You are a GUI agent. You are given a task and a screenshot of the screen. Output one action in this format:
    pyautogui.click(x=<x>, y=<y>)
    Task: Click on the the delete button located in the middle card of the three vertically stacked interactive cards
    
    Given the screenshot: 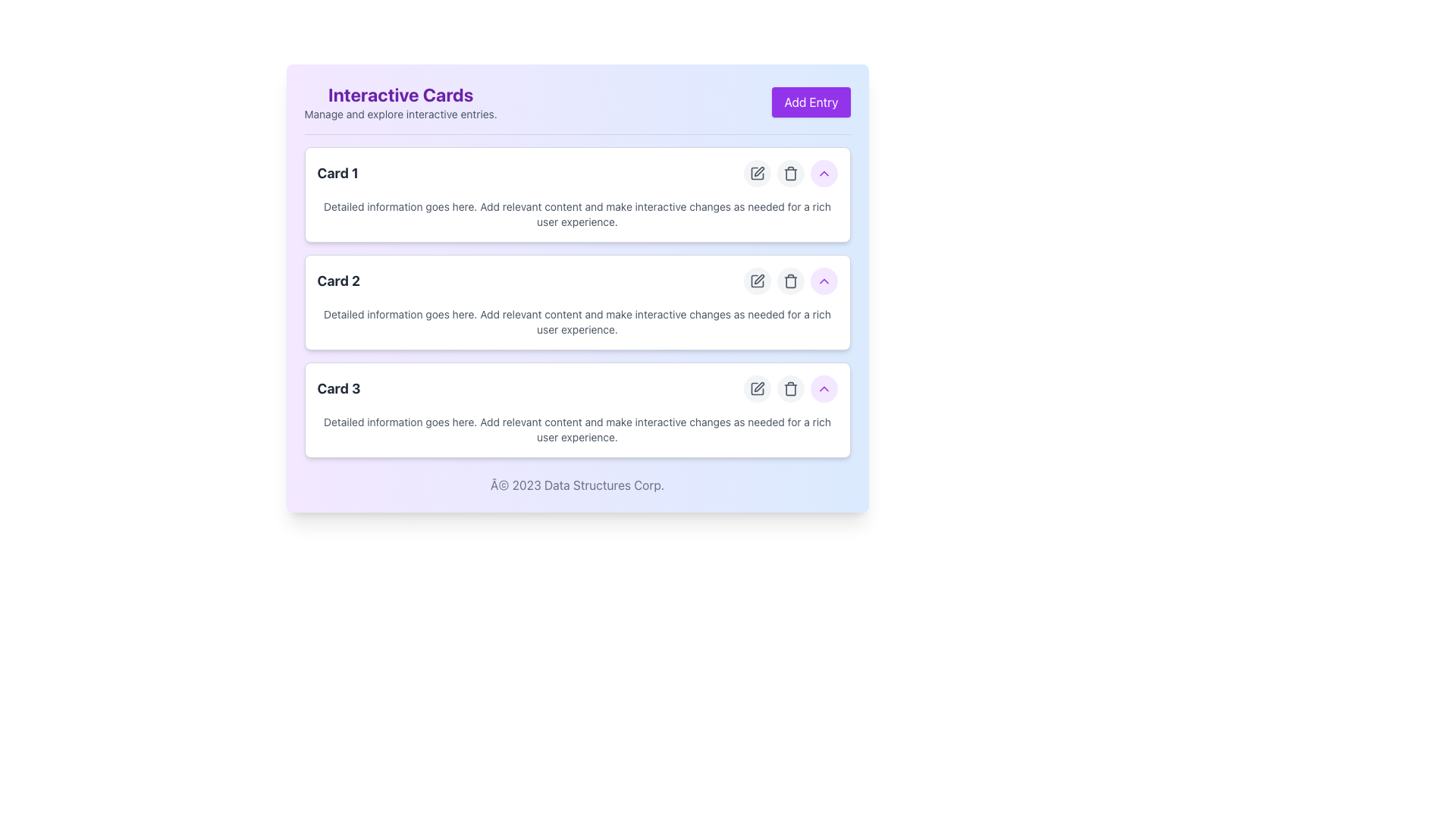 What is the action you would take?
    pyautogui.click(x=789, y=281)
    